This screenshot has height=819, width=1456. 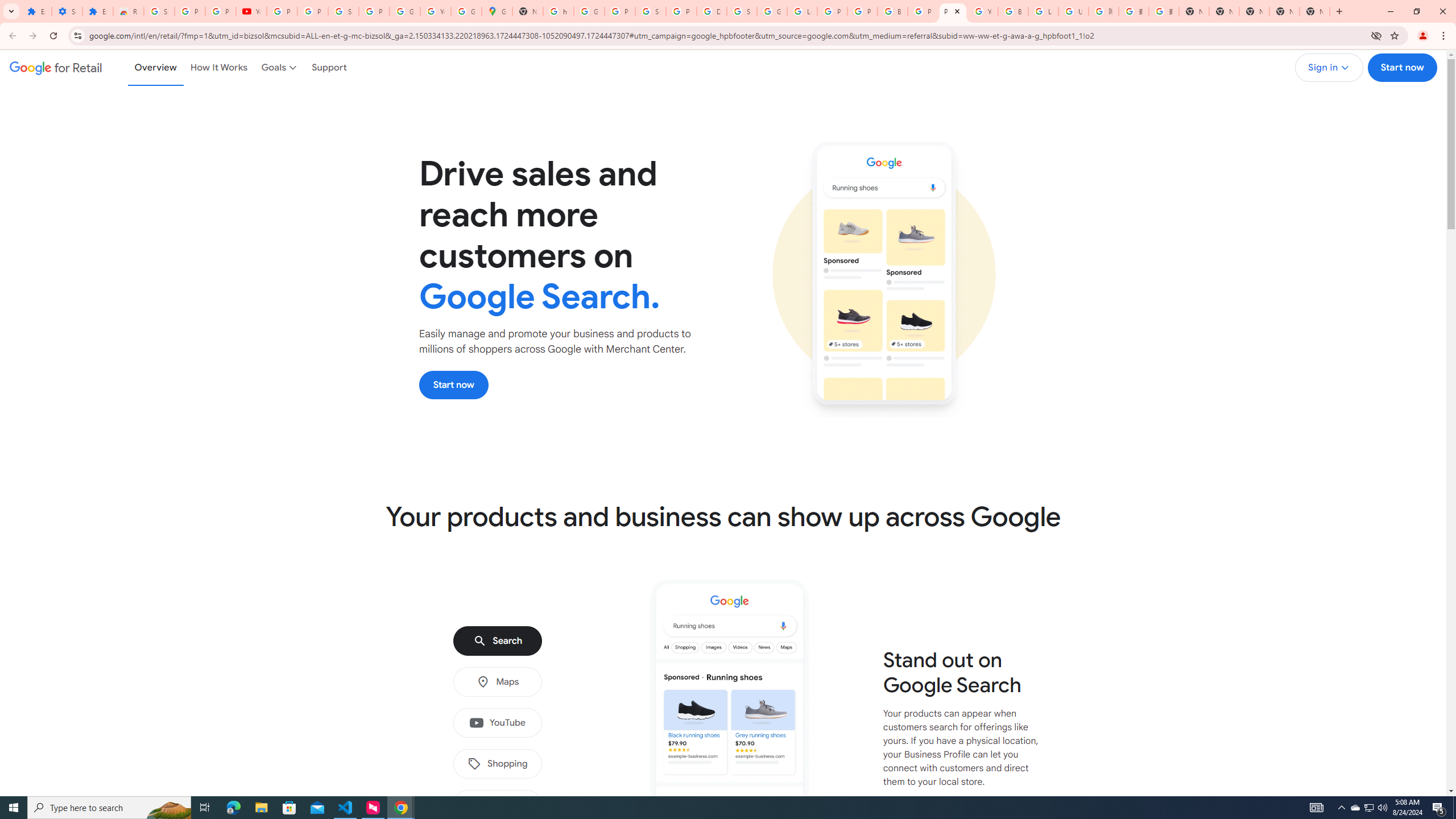 I want to click on 'How It Works', so click(x=218, y=67).